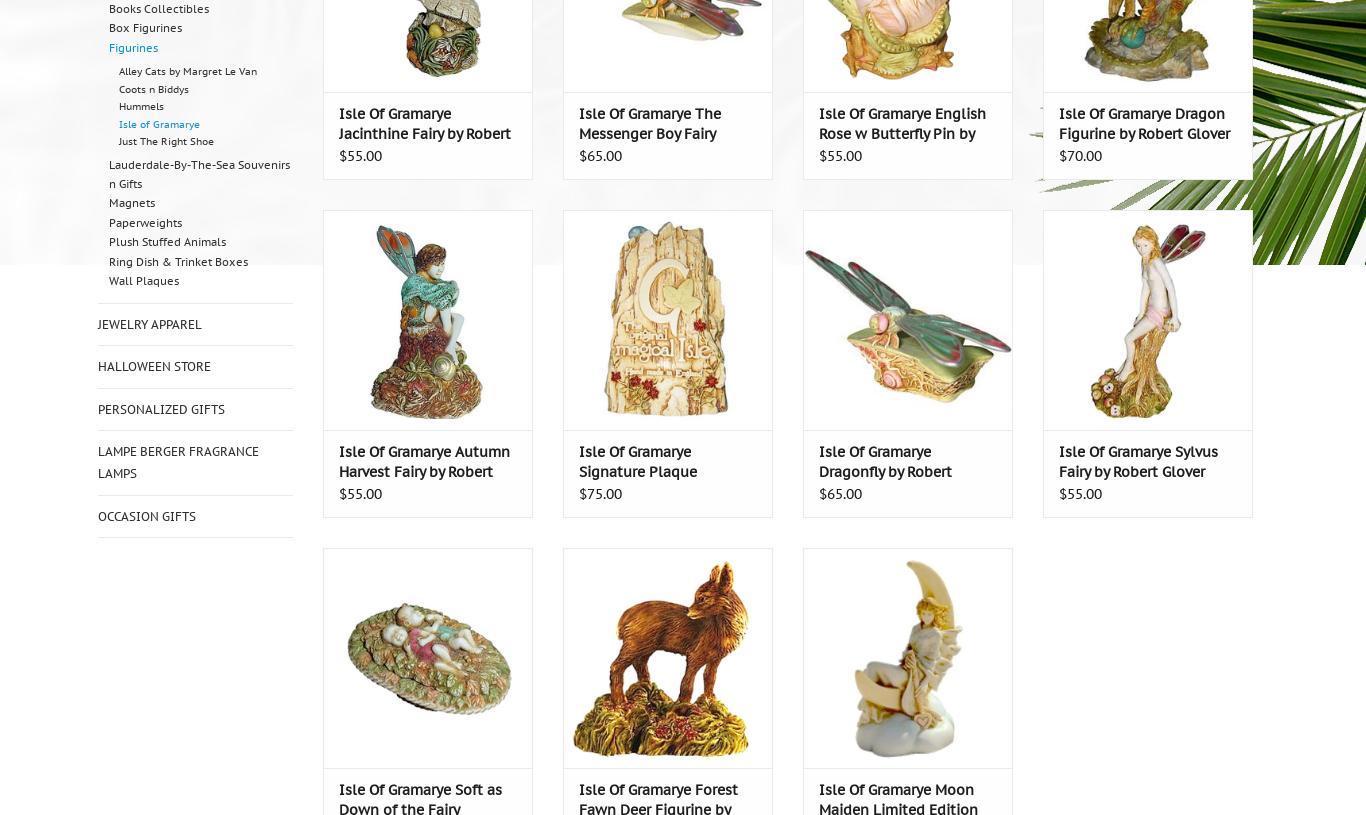  Describe the element at coordinates (648, 132) in the screenshot. I see `'Isle Of Gramarye The Messenger Boy Fairy Riding Dragonfly'` at that location.